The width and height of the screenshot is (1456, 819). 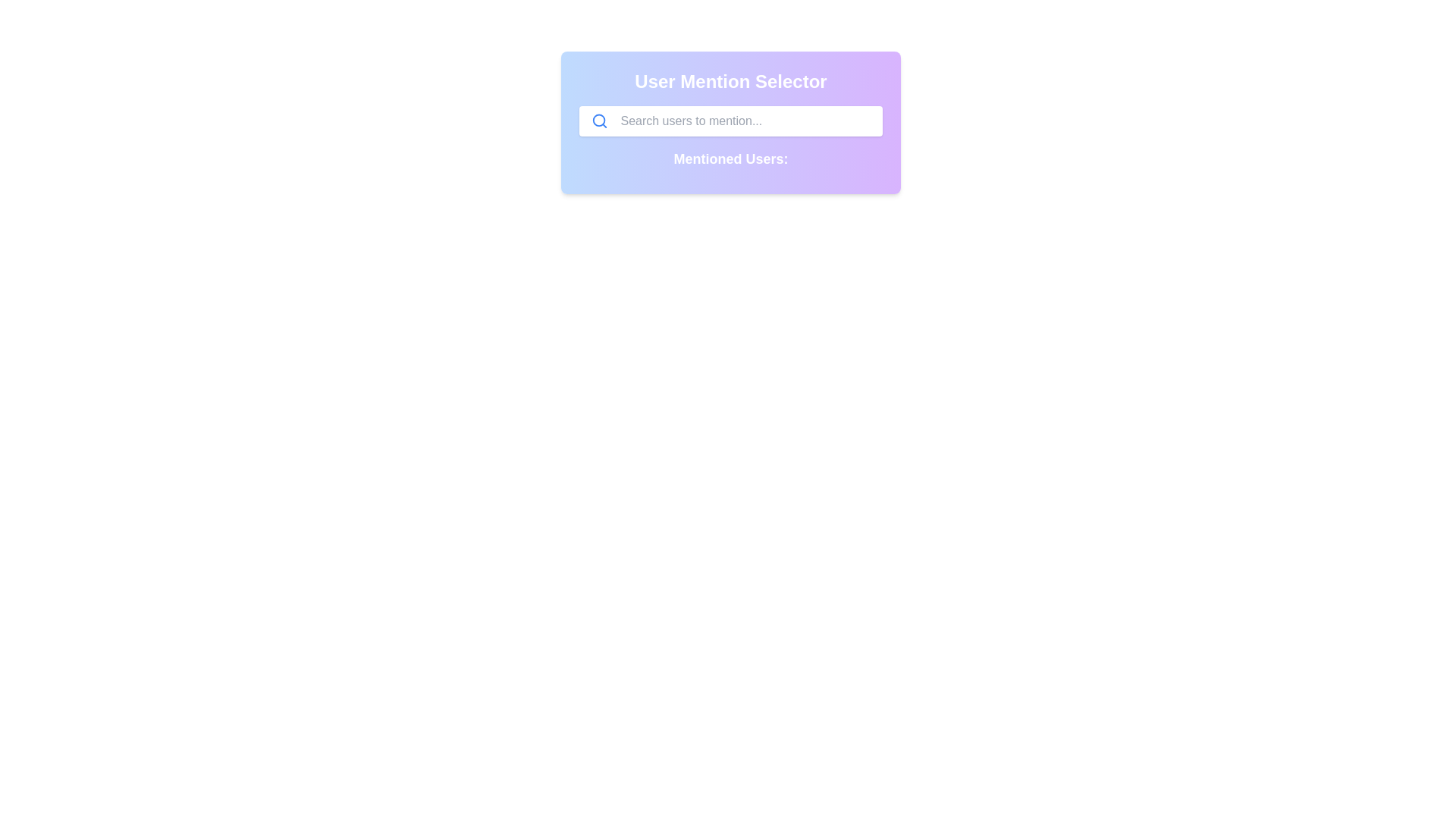 What do you see at coordinates (731, 158) in the screenshot?
I see `the text label reading 'Mentioned Users:' which is styled in a bold white font, located directly below the search bar in the main user mention interface` at bounding box center [731, 158].